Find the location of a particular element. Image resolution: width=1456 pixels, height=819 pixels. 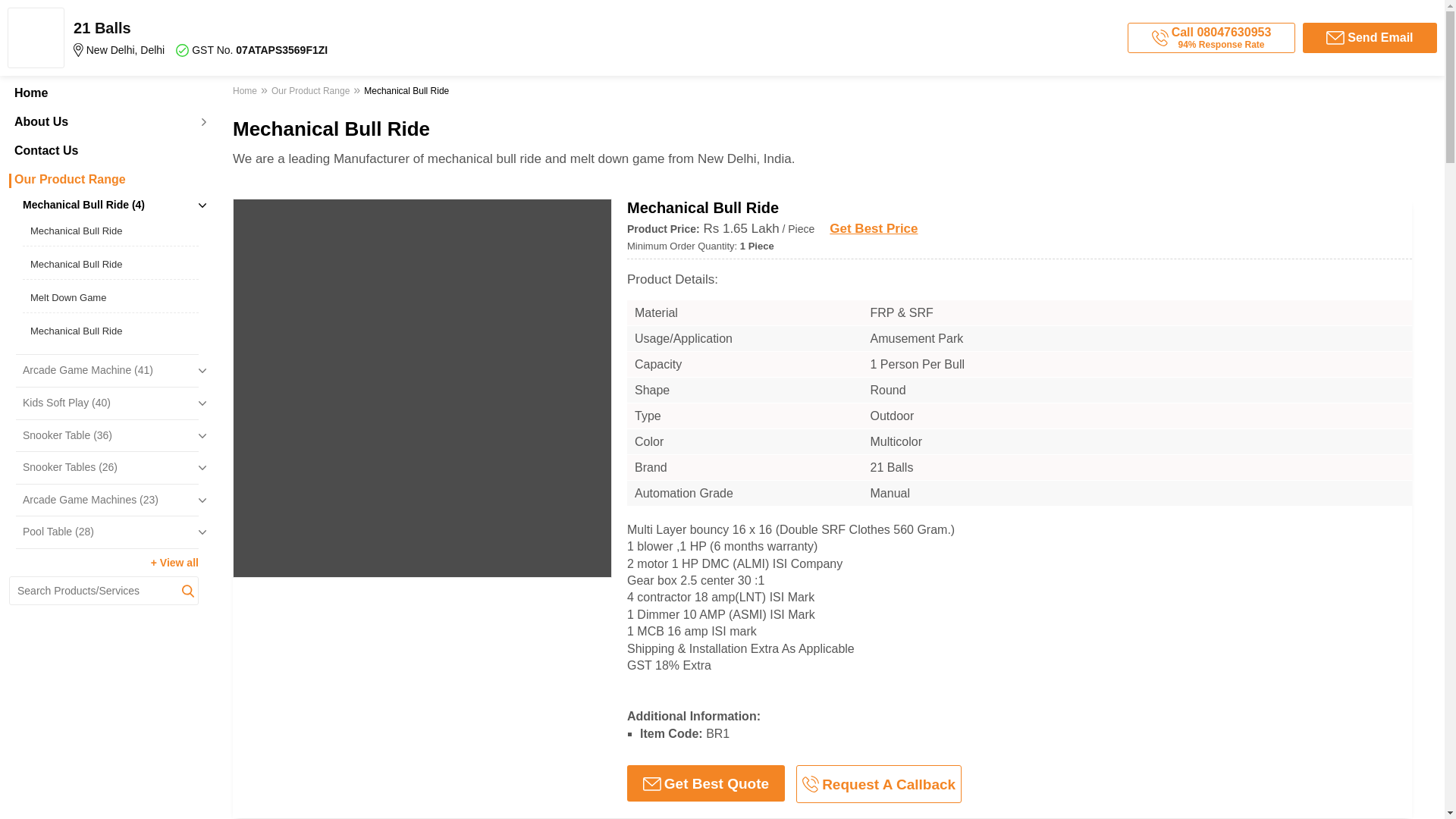

'Contact Us' is located at coordinates (103, 151).